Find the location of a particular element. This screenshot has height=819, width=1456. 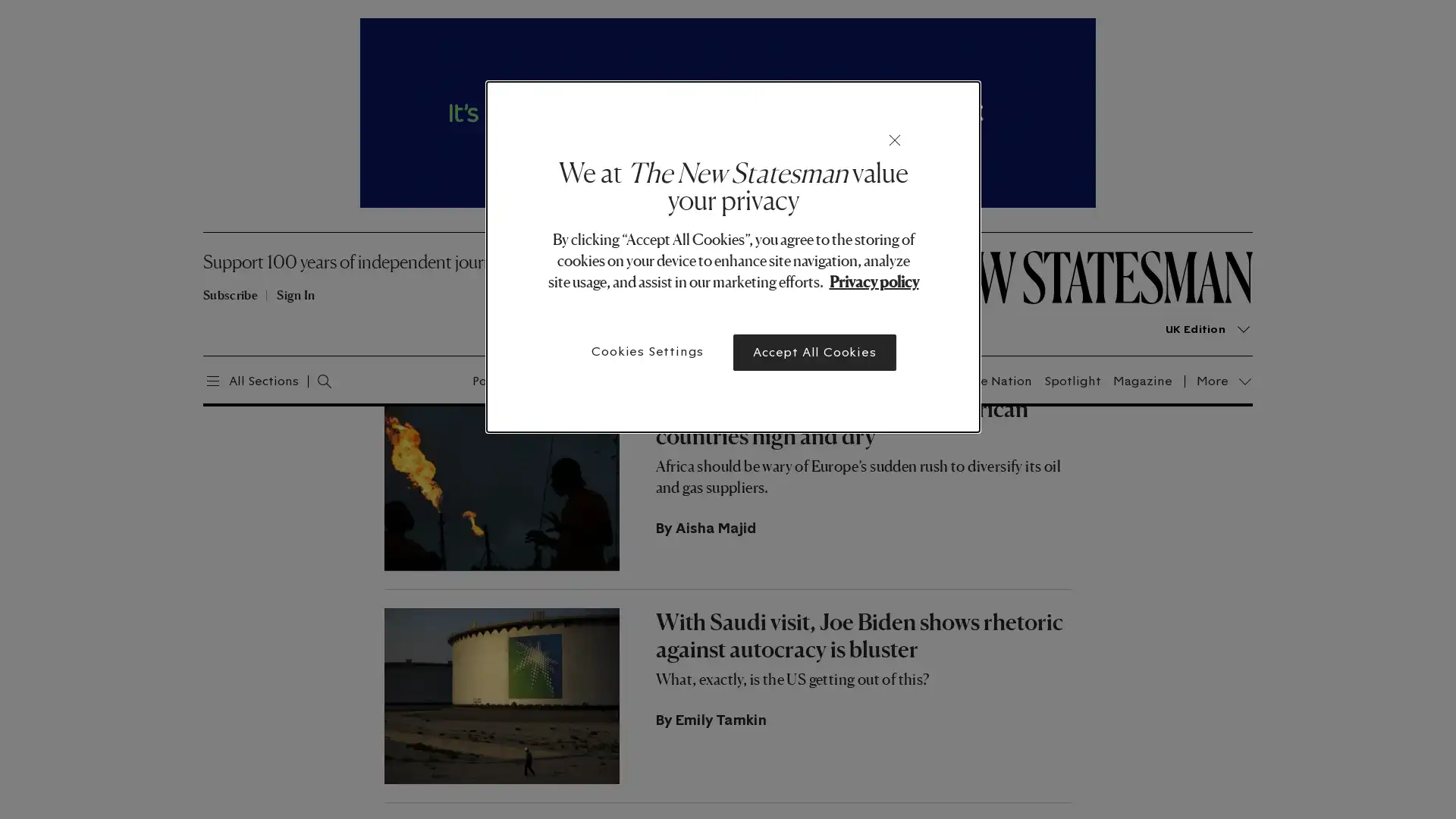

Close is located at coordinates (895, 140).